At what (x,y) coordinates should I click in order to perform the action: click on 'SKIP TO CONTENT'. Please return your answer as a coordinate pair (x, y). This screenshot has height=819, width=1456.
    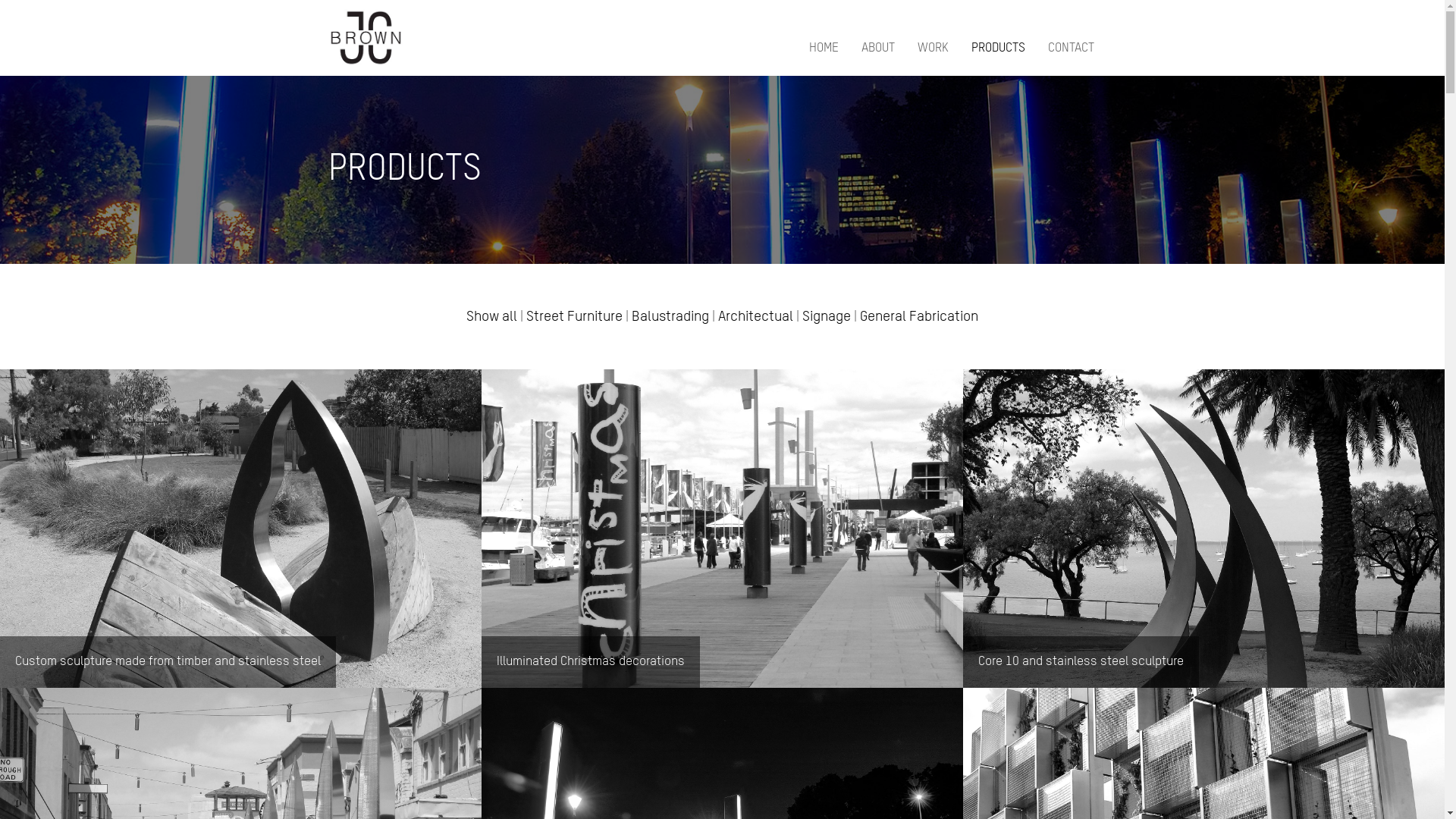
    Looking at the image, I should click on (786, 42).